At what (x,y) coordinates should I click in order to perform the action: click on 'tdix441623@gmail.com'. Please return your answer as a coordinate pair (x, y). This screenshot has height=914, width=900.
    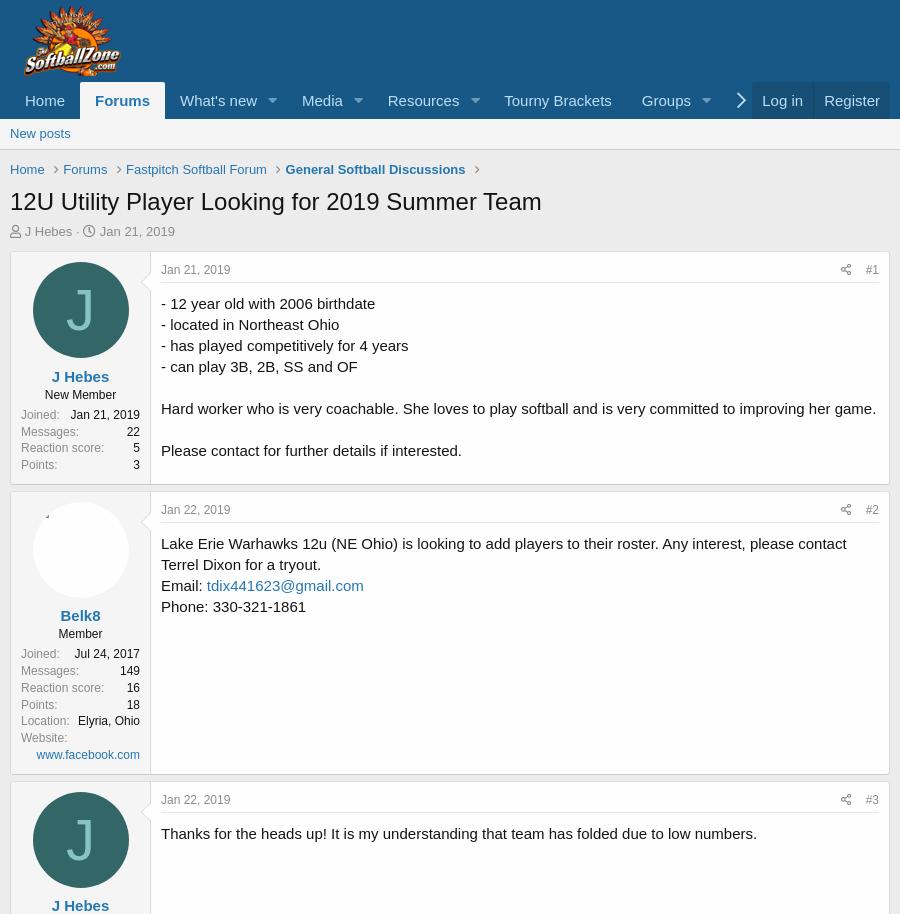
    Looking at the image, I should click on (206, 584).